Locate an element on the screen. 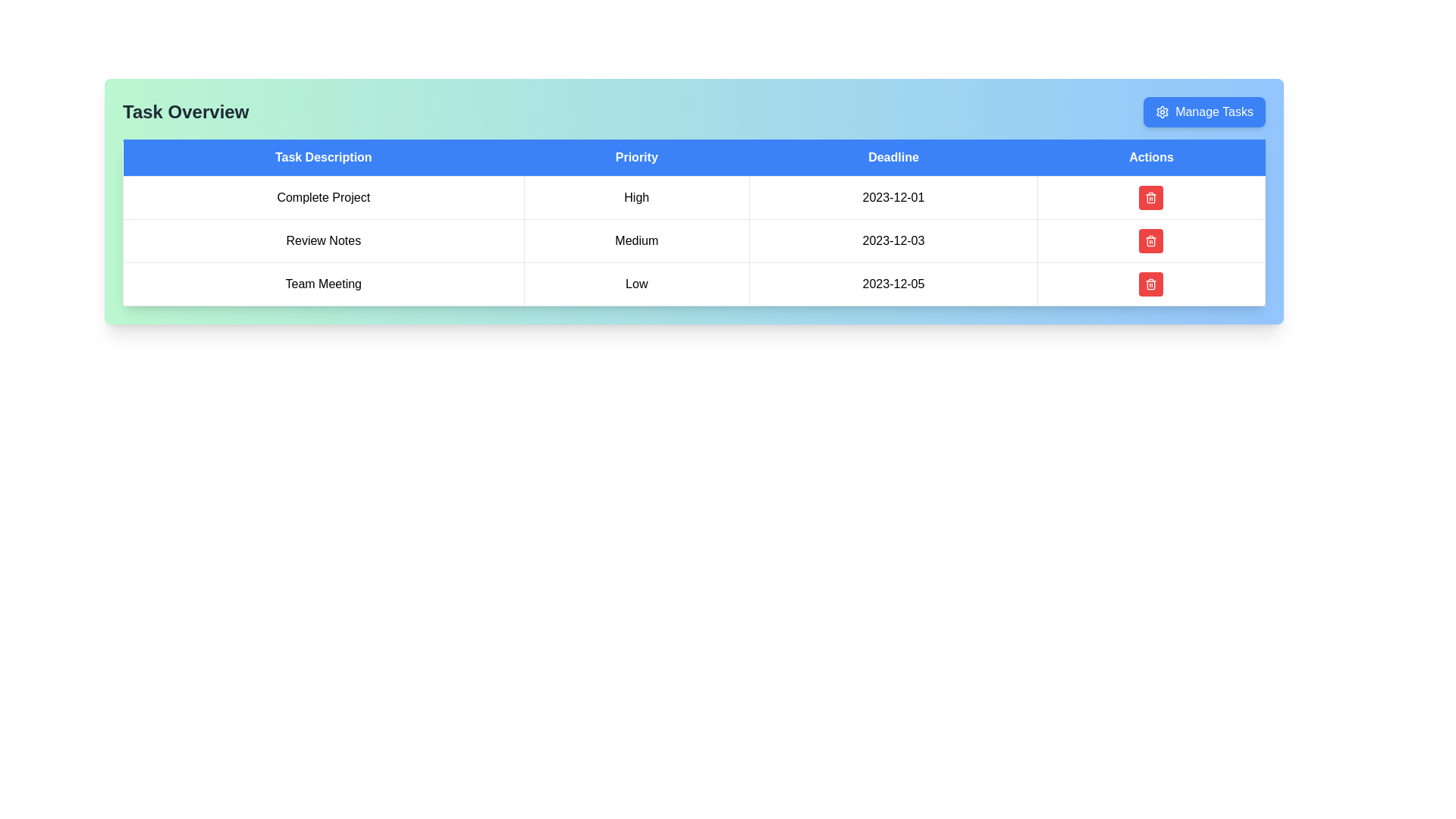 The height and width of the screenshot is (819, 1456). the trash can icon in the 'Actions' column of the last task labeled 'Team Meeting' is located at coordinates (1151, 284).